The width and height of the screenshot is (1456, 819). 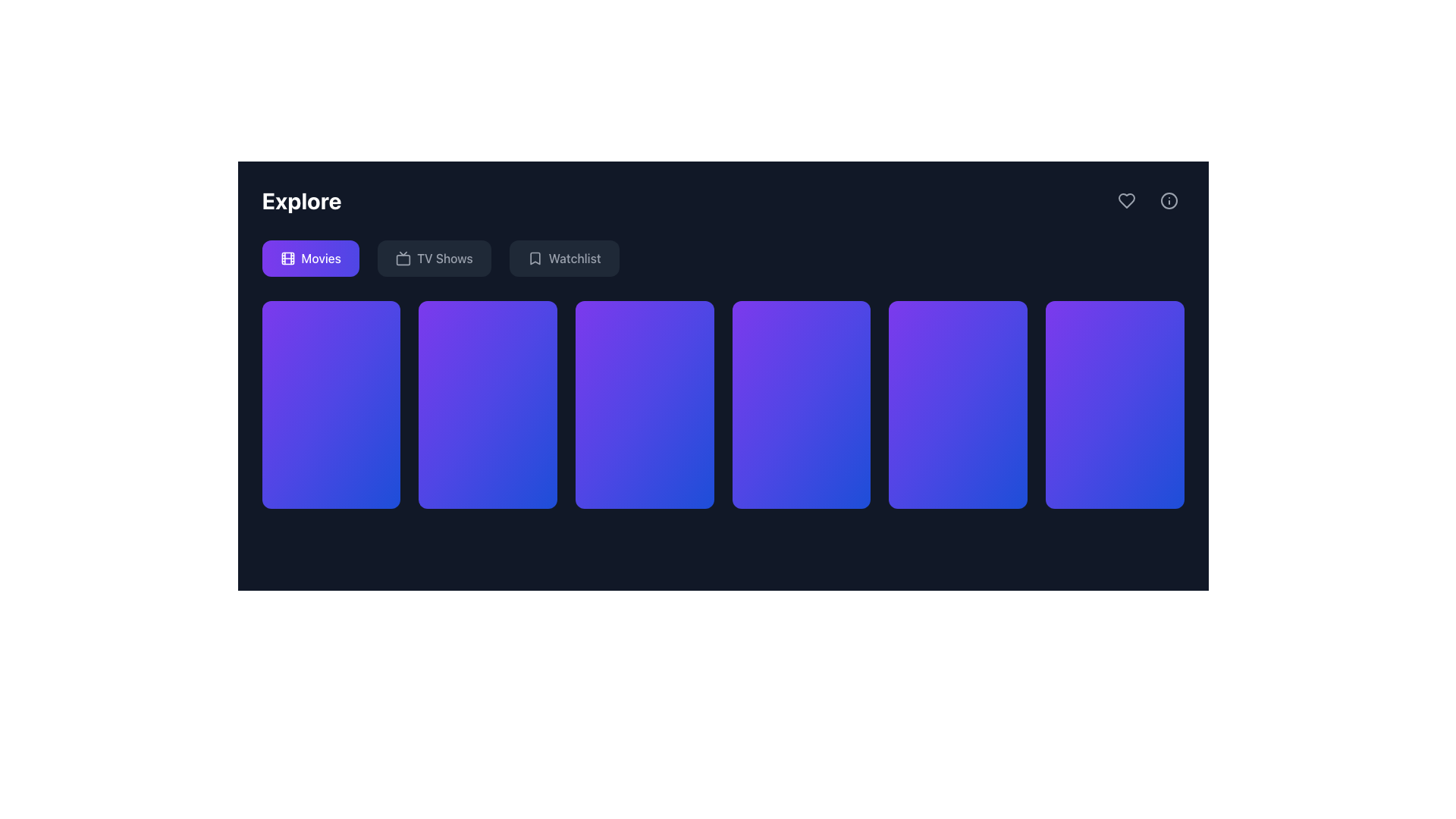 I want to click on the 'TV Shows' text label within the button, so click(x=444, y=257).